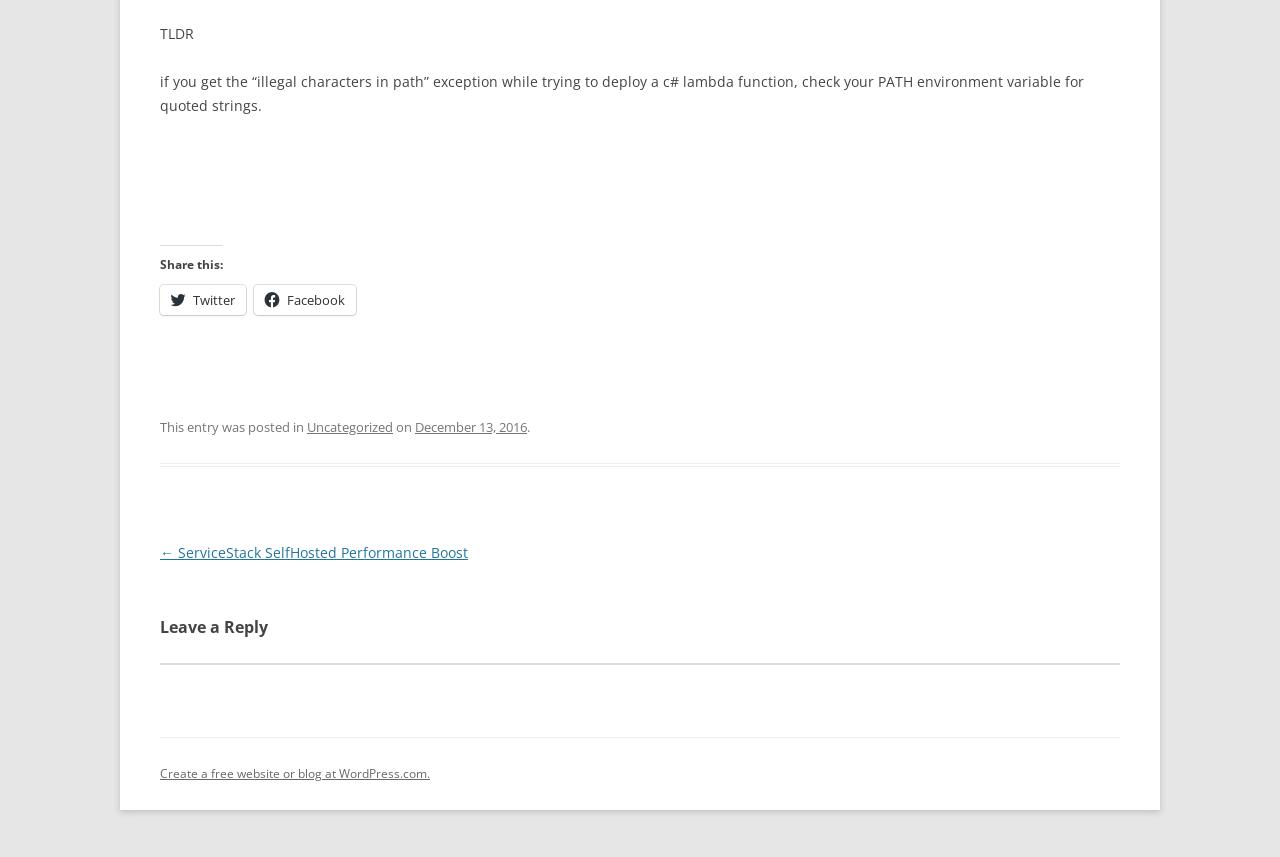 This screenshot has width=1280, height=857. Describe the element at coordinates (214, 298) in the screenshot. I see `'Twitter'` at that location.